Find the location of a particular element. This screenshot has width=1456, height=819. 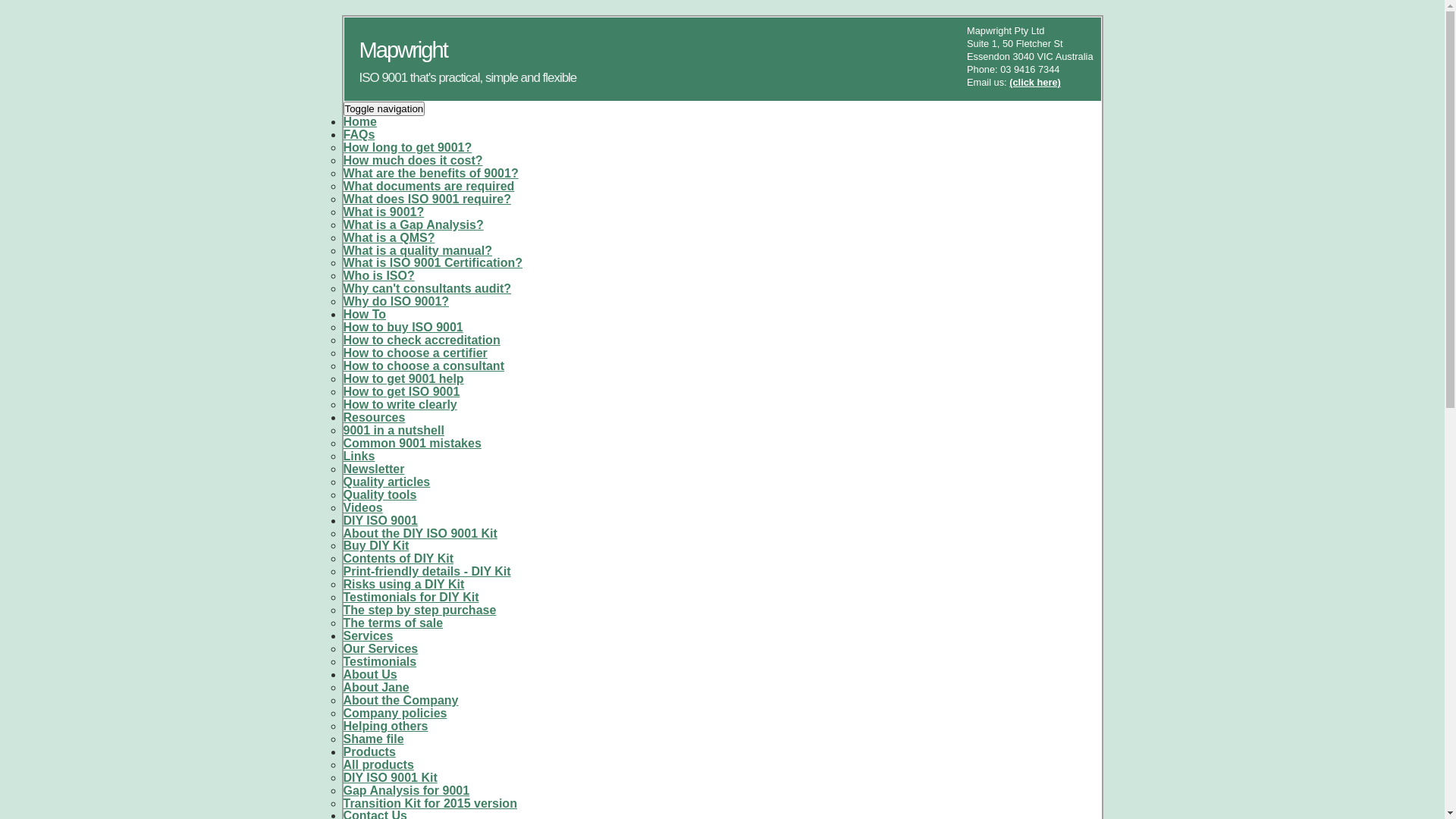

'Contents of DIY Kit' is located at coordinates (397, 558).